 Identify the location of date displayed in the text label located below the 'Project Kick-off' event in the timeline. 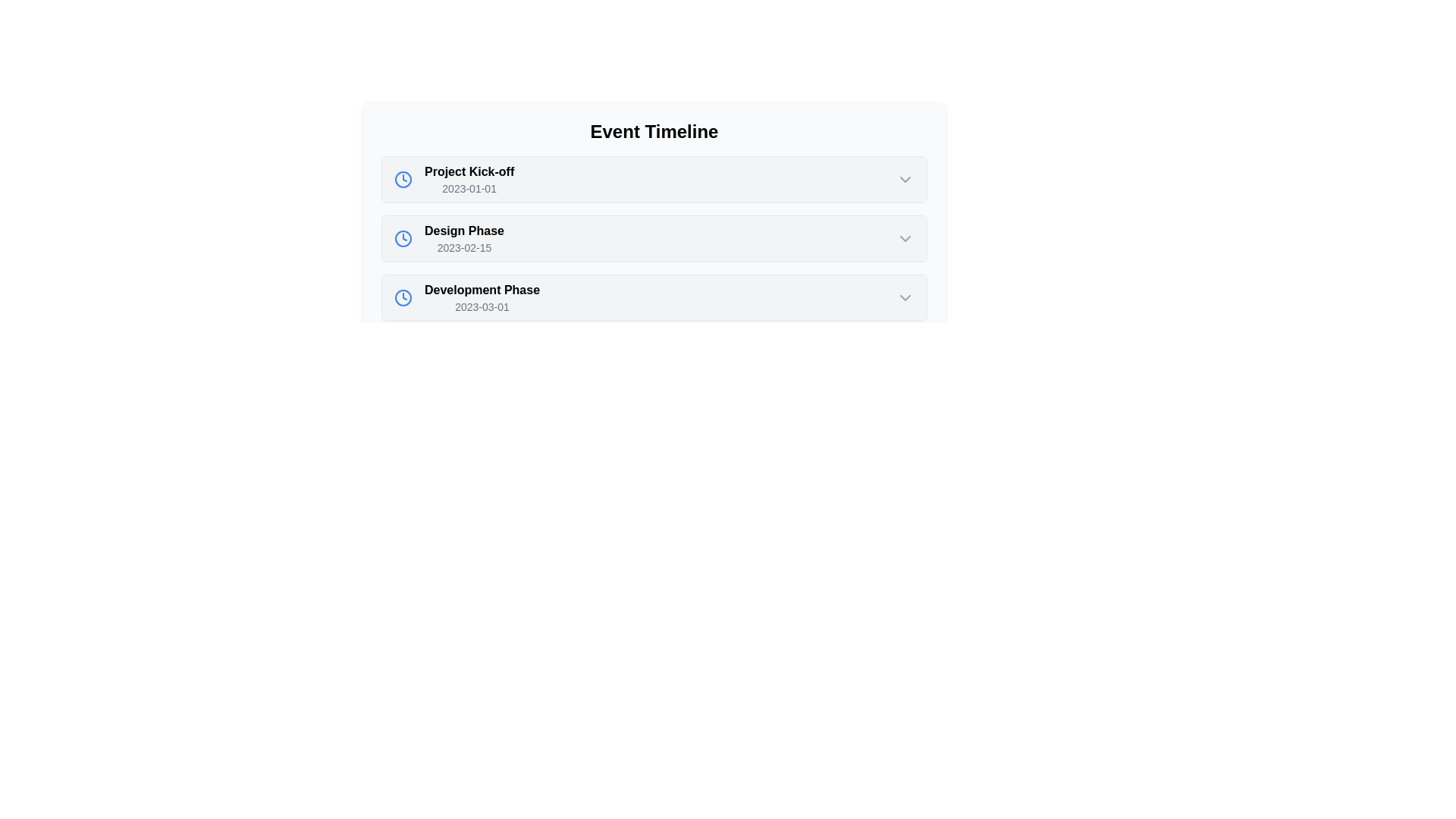
(469, 188).